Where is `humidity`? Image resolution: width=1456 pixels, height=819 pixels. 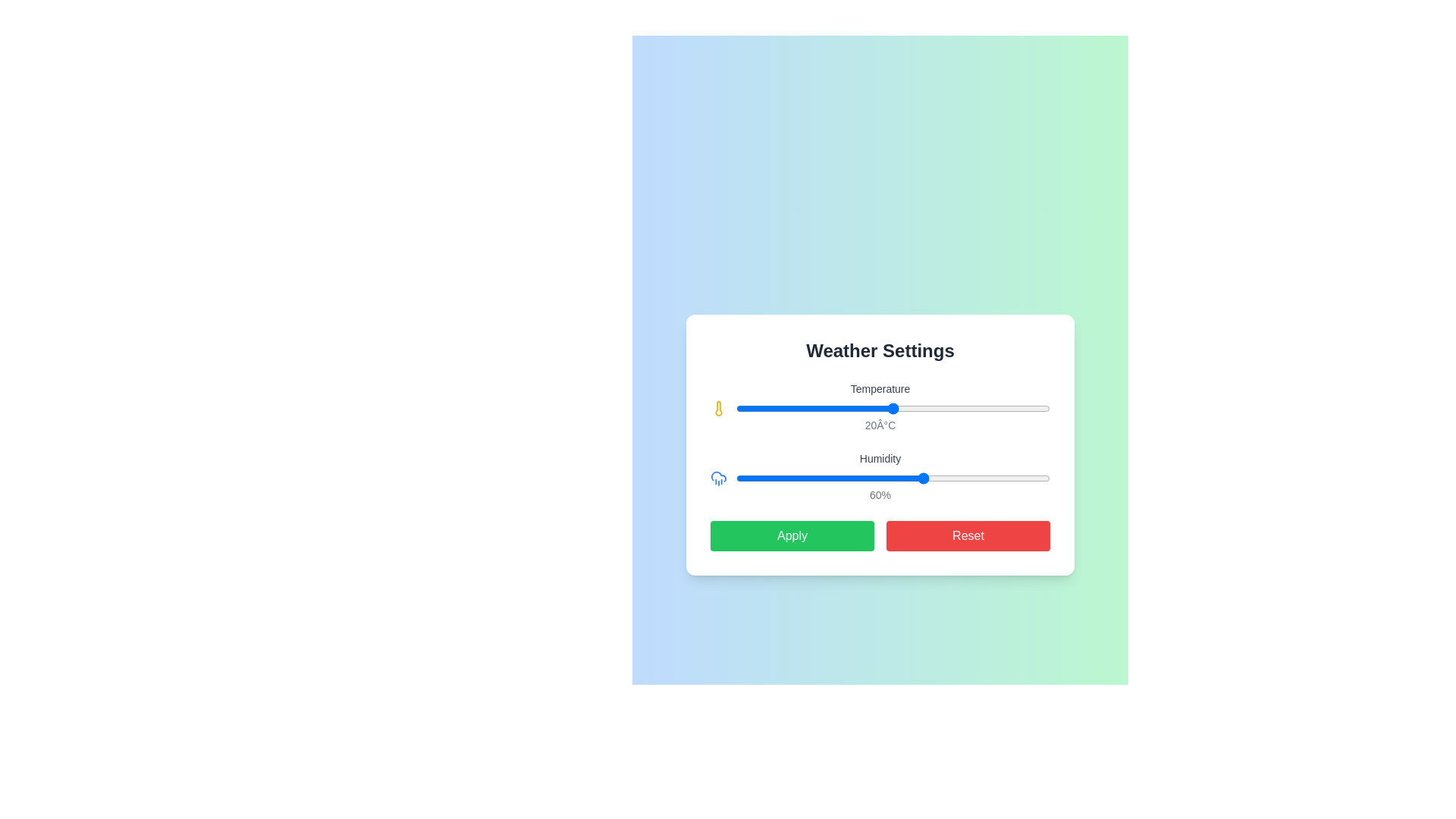 humidity is located at coordinates (987, 479).